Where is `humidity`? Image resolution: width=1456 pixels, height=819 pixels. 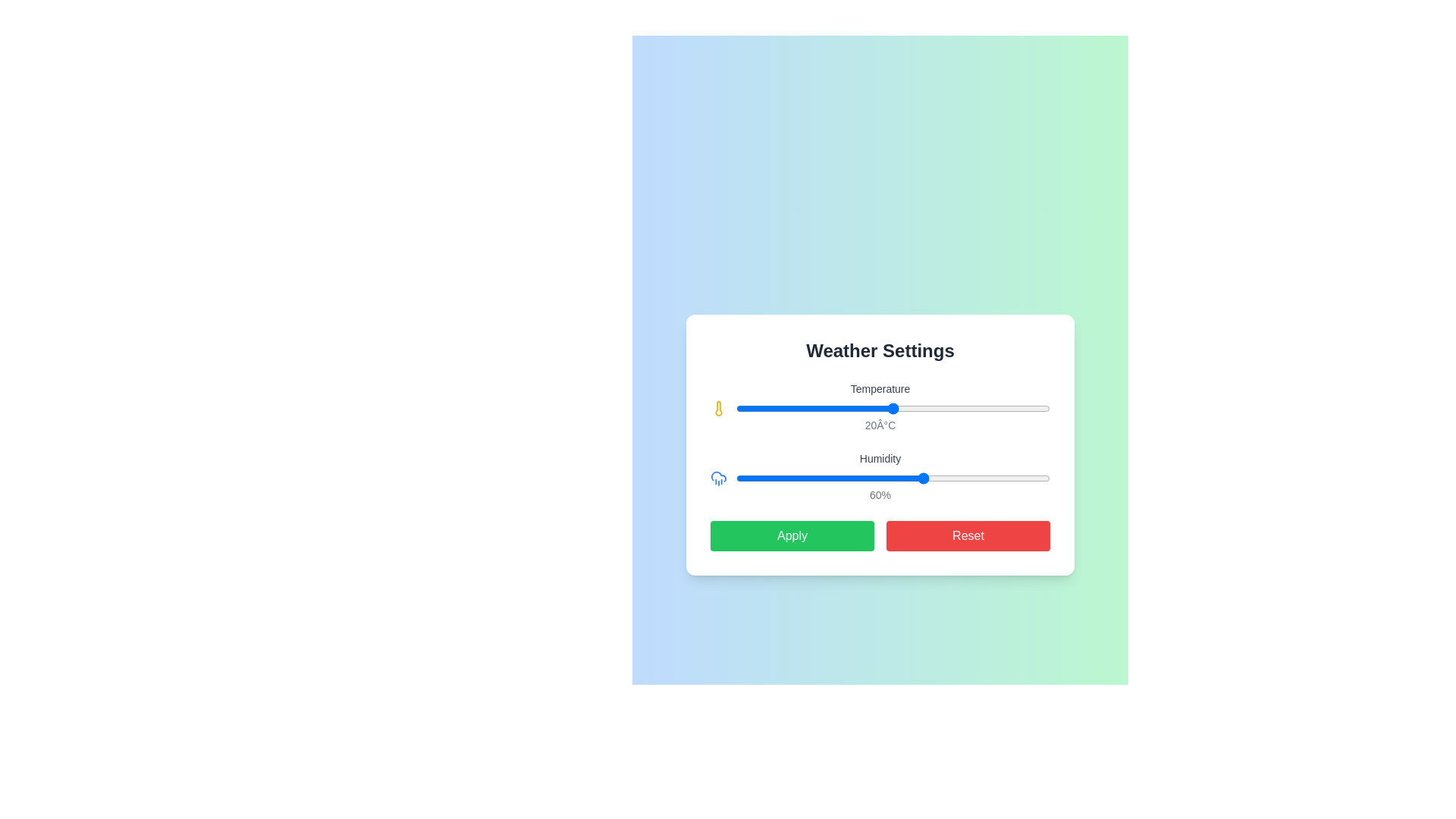 humidity is located at coordinates (987, 479).